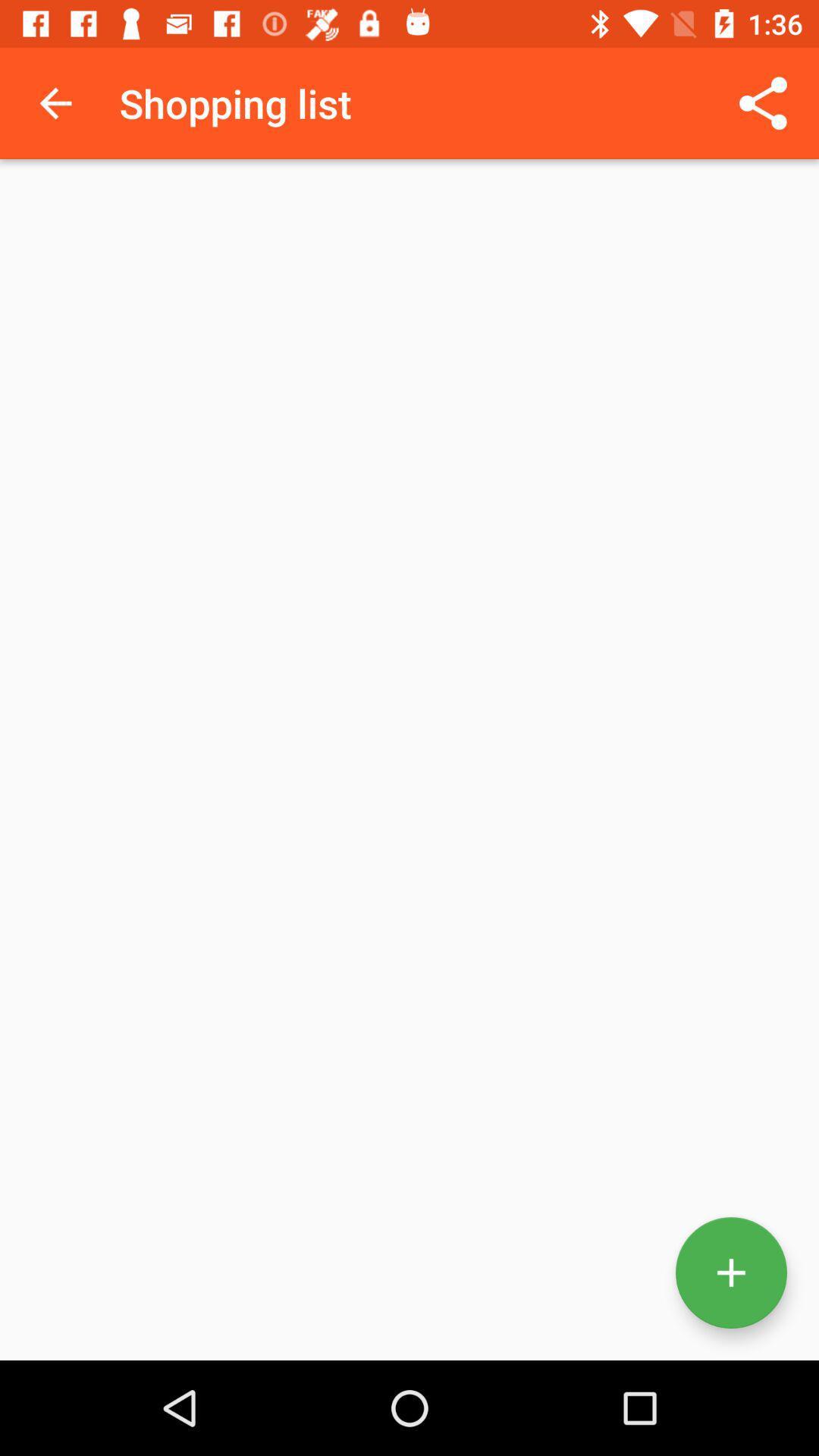 This screenshot has width=819, height=1456. Describe the element at coordinates (763, 102) in the screenshot. I see `icon at the top right corner` at that location.